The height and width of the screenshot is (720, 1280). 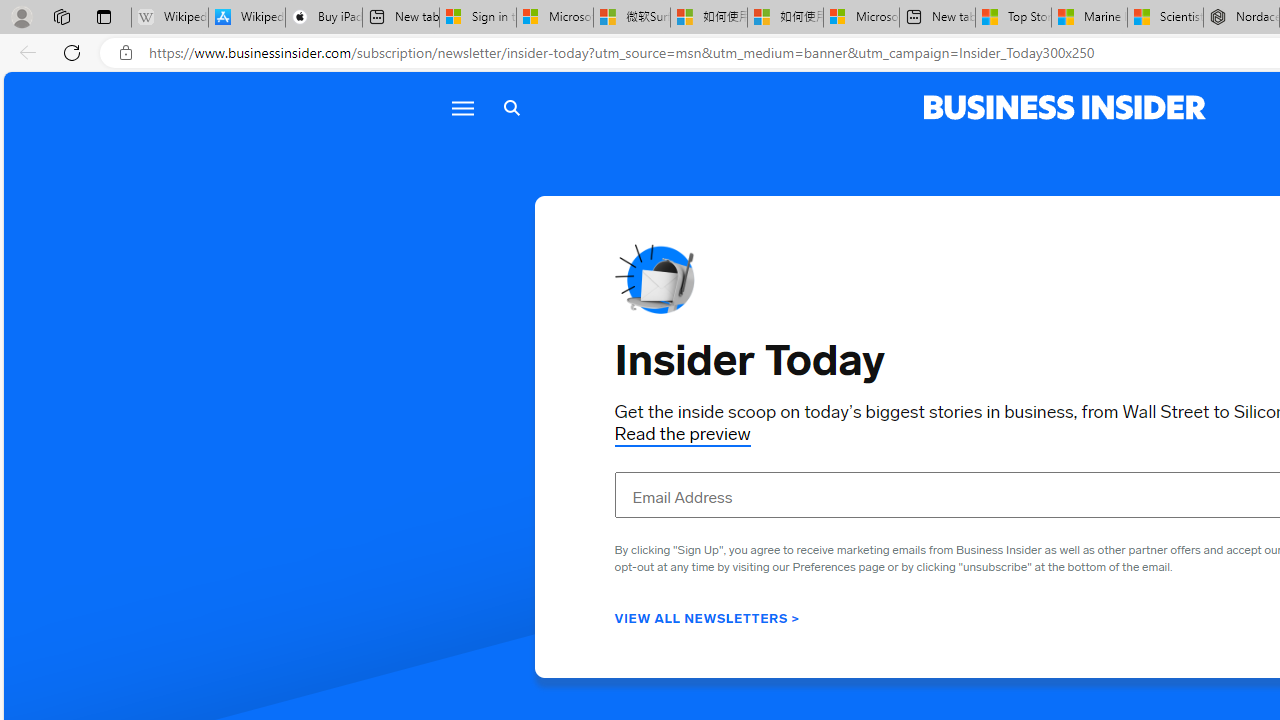 I want to click on 'Business Insider logo', so click(x=1063, y=107).